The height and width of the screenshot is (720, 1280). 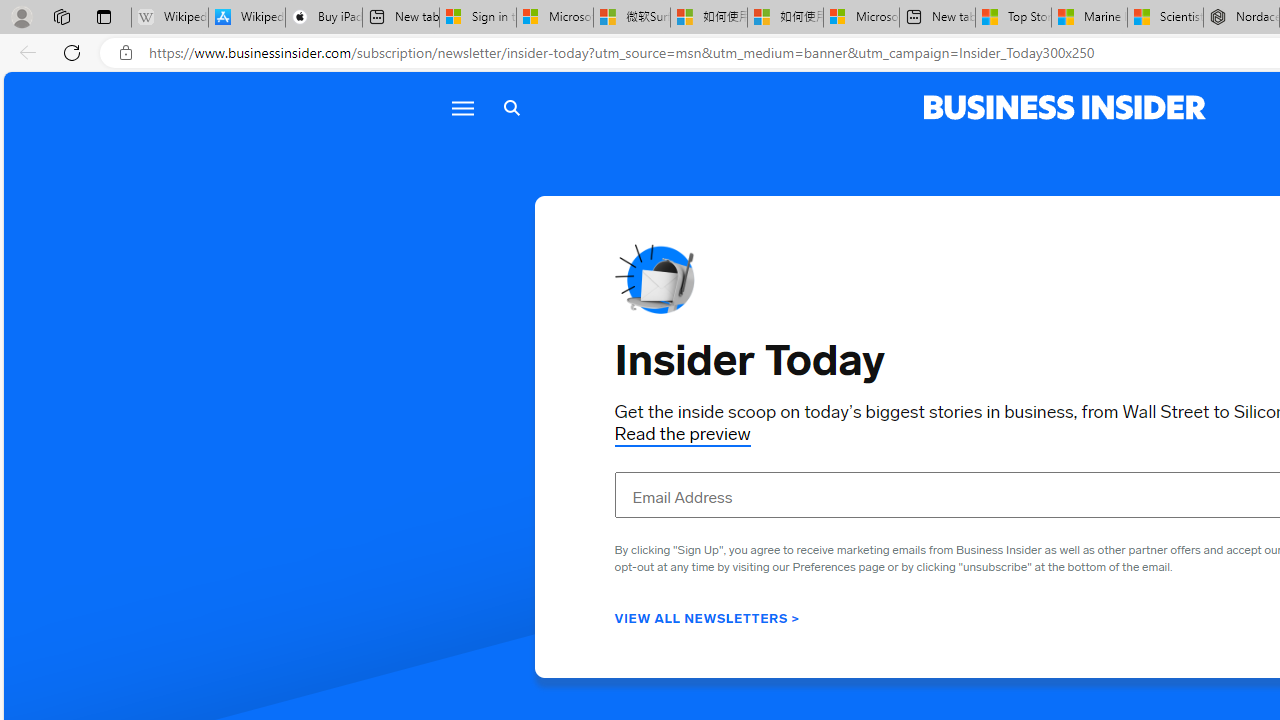 I want to click on 'Business Insider logo', so click(x=1063, y=107).